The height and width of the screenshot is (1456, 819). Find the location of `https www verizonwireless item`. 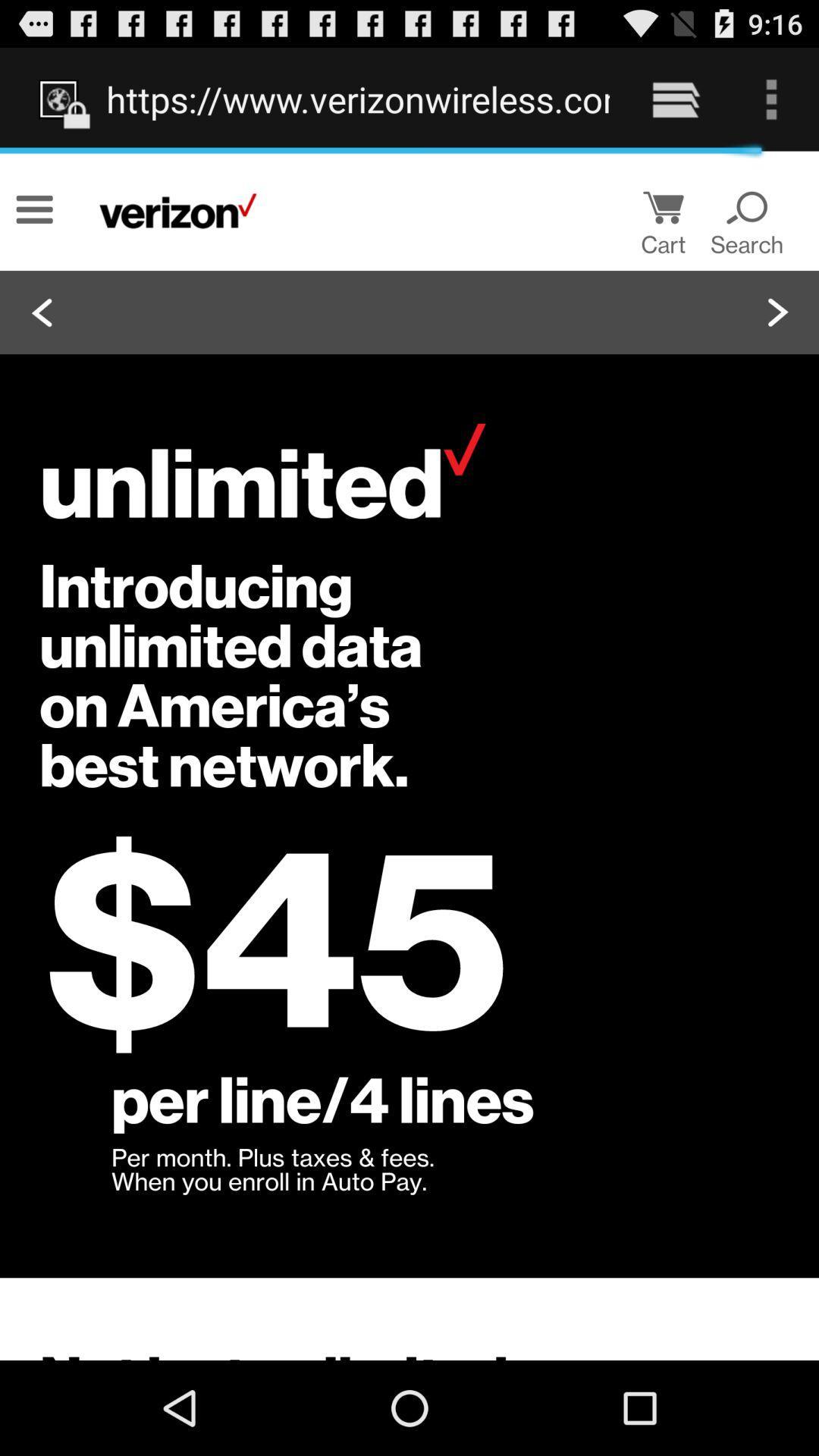

https www verizonwireless item is located at coordinates (358, 99).